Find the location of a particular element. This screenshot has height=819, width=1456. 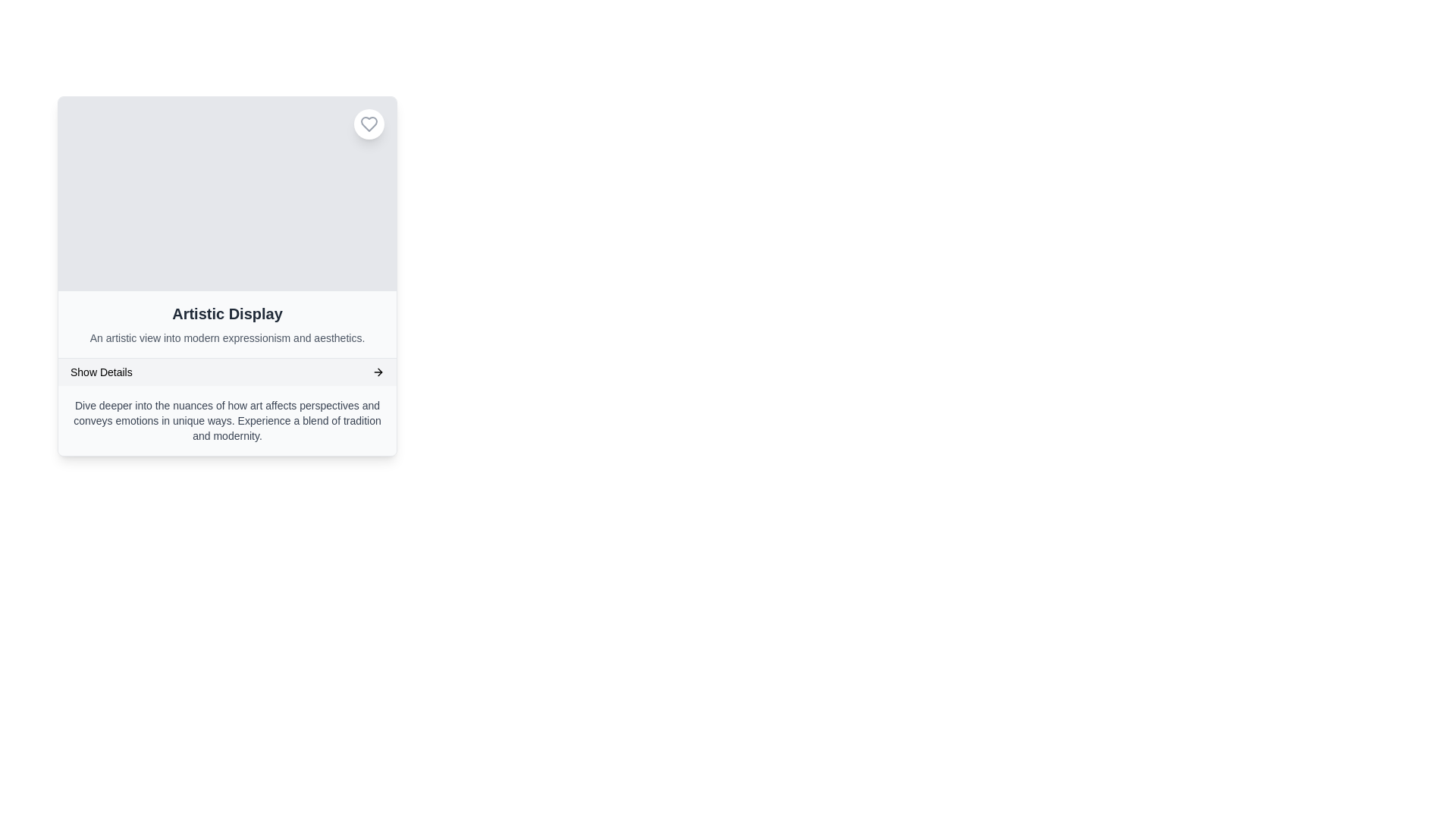

title and description text located in the upper section of the card interface, directly below the image placeholder and above the 'Show Details' button is located at coordinates (226, 324).